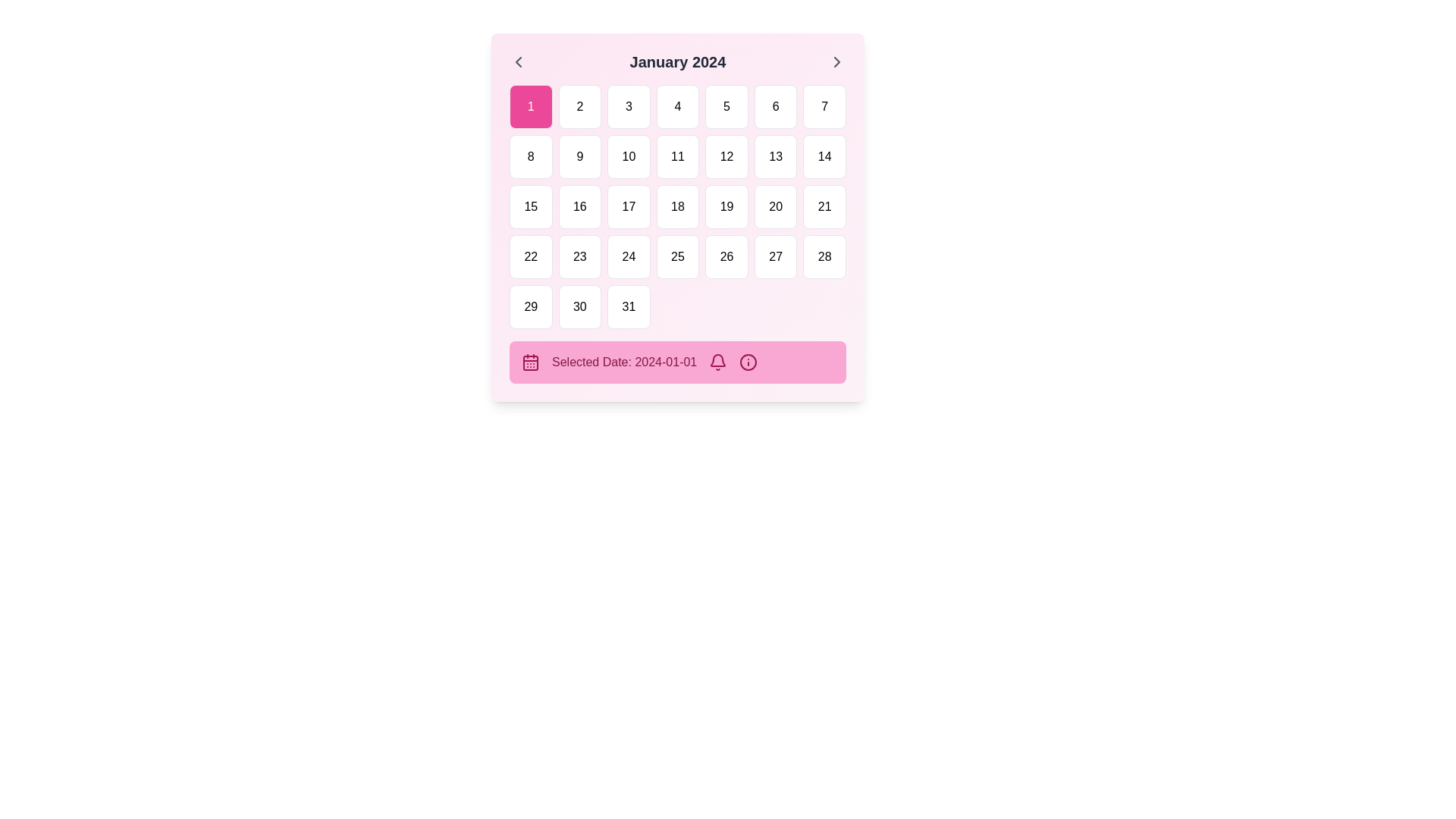 This screenshot has width=1456, height=819. Describe the element at coordinates (531, 256) in the screenshot. I see `the button-like UI component displaying the number '22' in a centered, black font, which changes to a pinkish background when hovered over` at that location.